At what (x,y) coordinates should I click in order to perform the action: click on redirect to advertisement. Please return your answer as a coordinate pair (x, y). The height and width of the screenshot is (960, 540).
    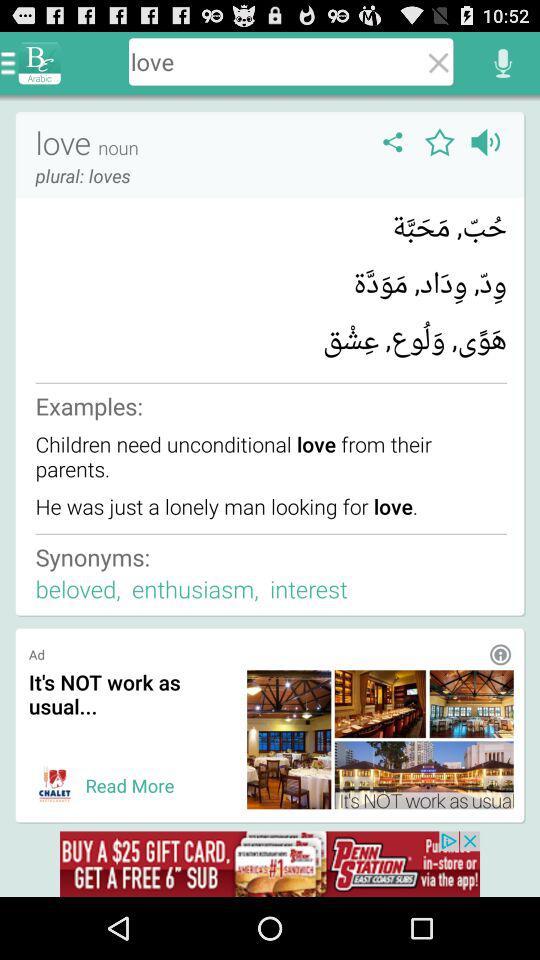
    Looking at the image, I should click on (55, 785).